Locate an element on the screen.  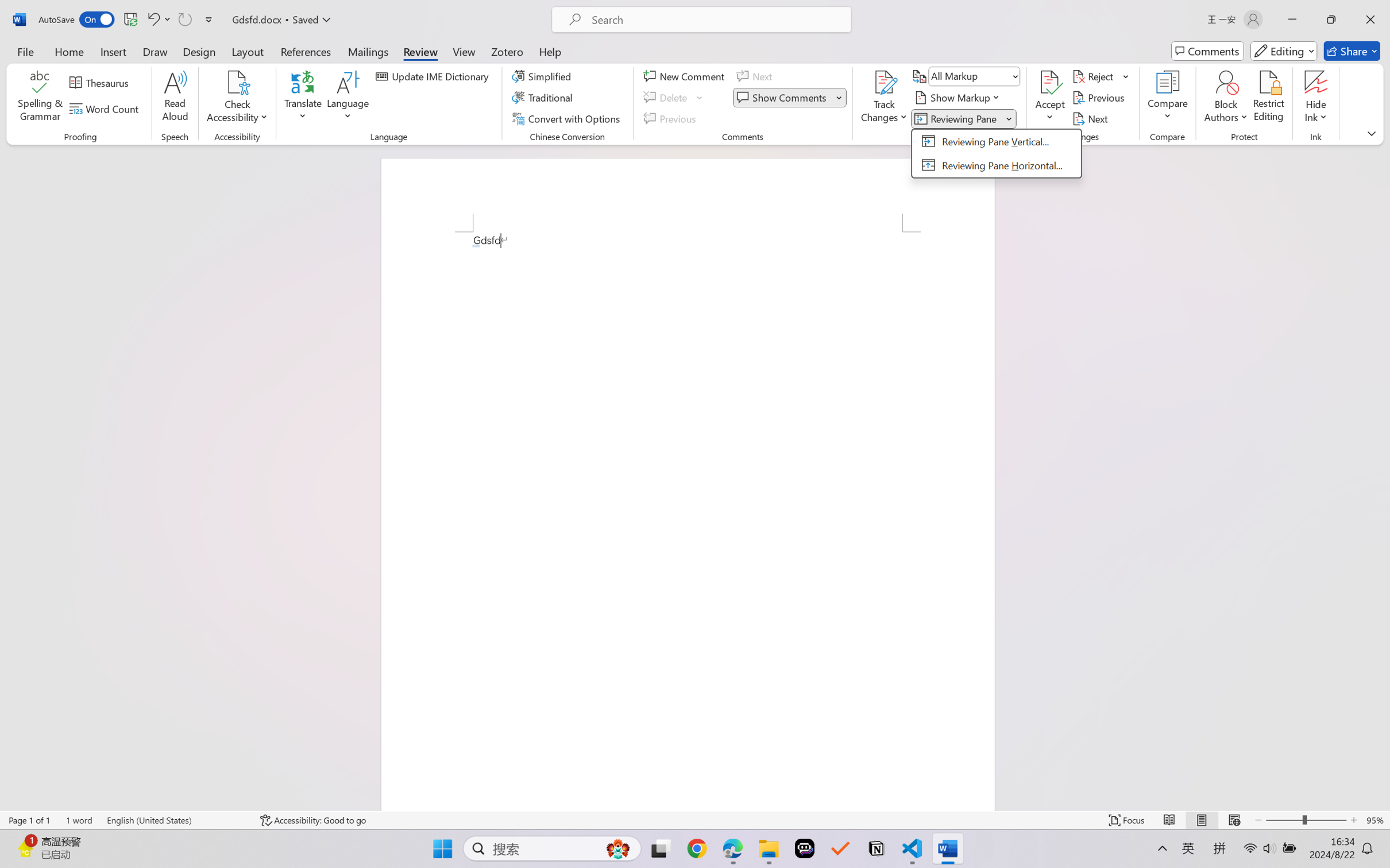
'Restrict Editing' is located at coordinates (1268, 98).